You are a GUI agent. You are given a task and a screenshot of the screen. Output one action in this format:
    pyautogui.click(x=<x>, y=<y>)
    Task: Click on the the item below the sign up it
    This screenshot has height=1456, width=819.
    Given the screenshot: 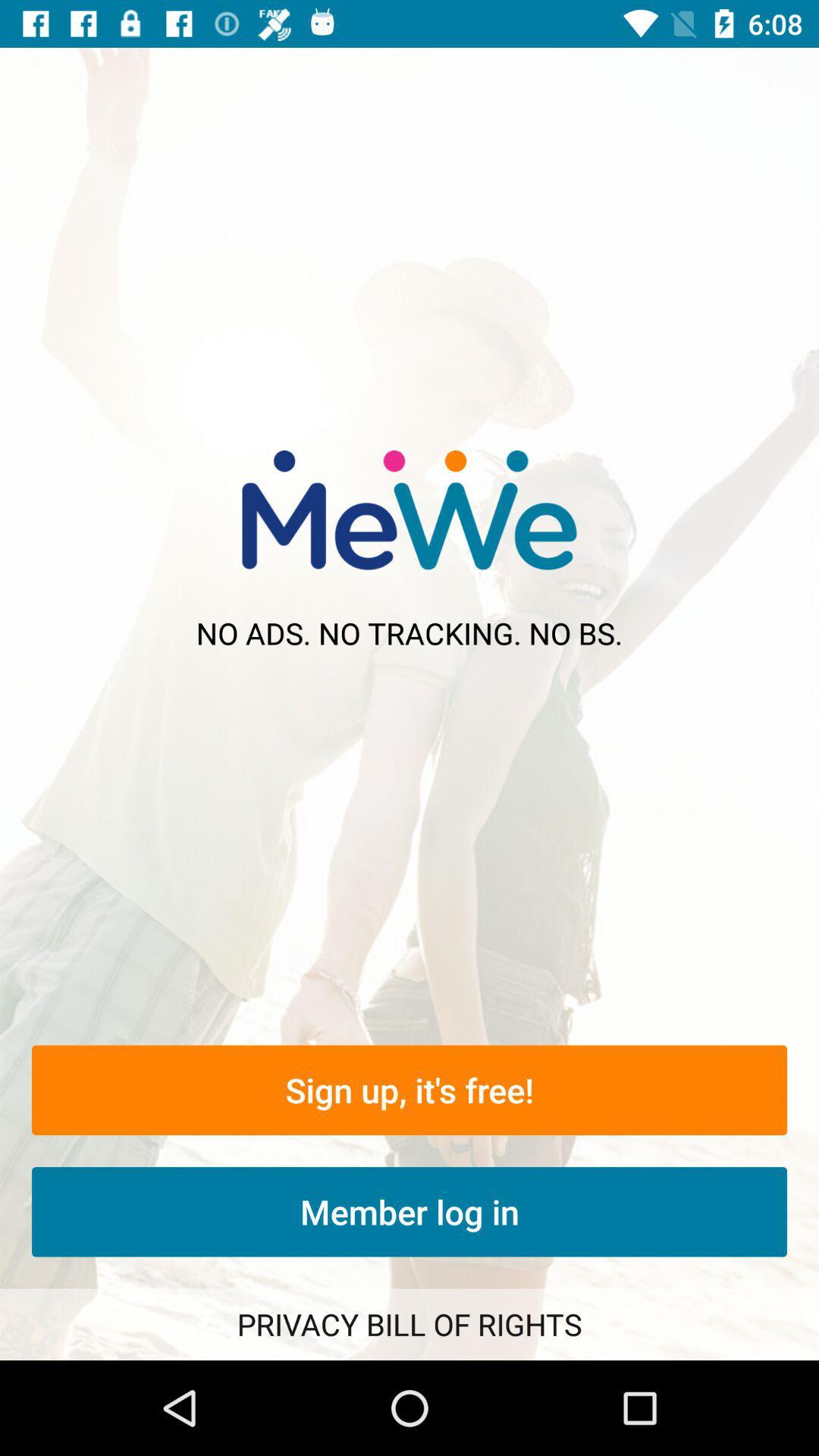 What is the action you would take?
    pyautogui.click(x=409, y=1211)
    